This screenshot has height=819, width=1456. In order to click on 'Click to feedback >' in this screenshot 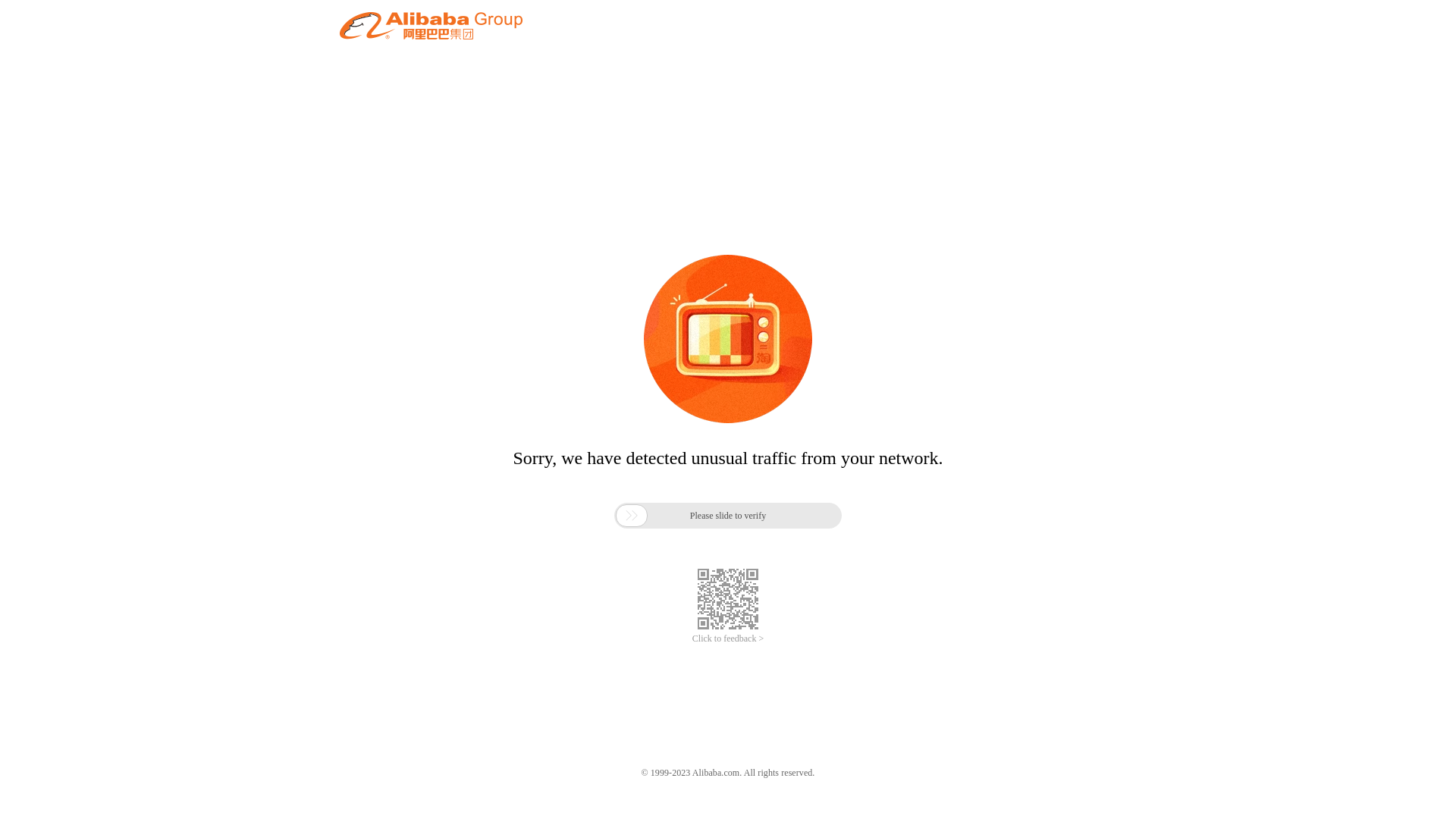, I will do `click(728, 639)`.